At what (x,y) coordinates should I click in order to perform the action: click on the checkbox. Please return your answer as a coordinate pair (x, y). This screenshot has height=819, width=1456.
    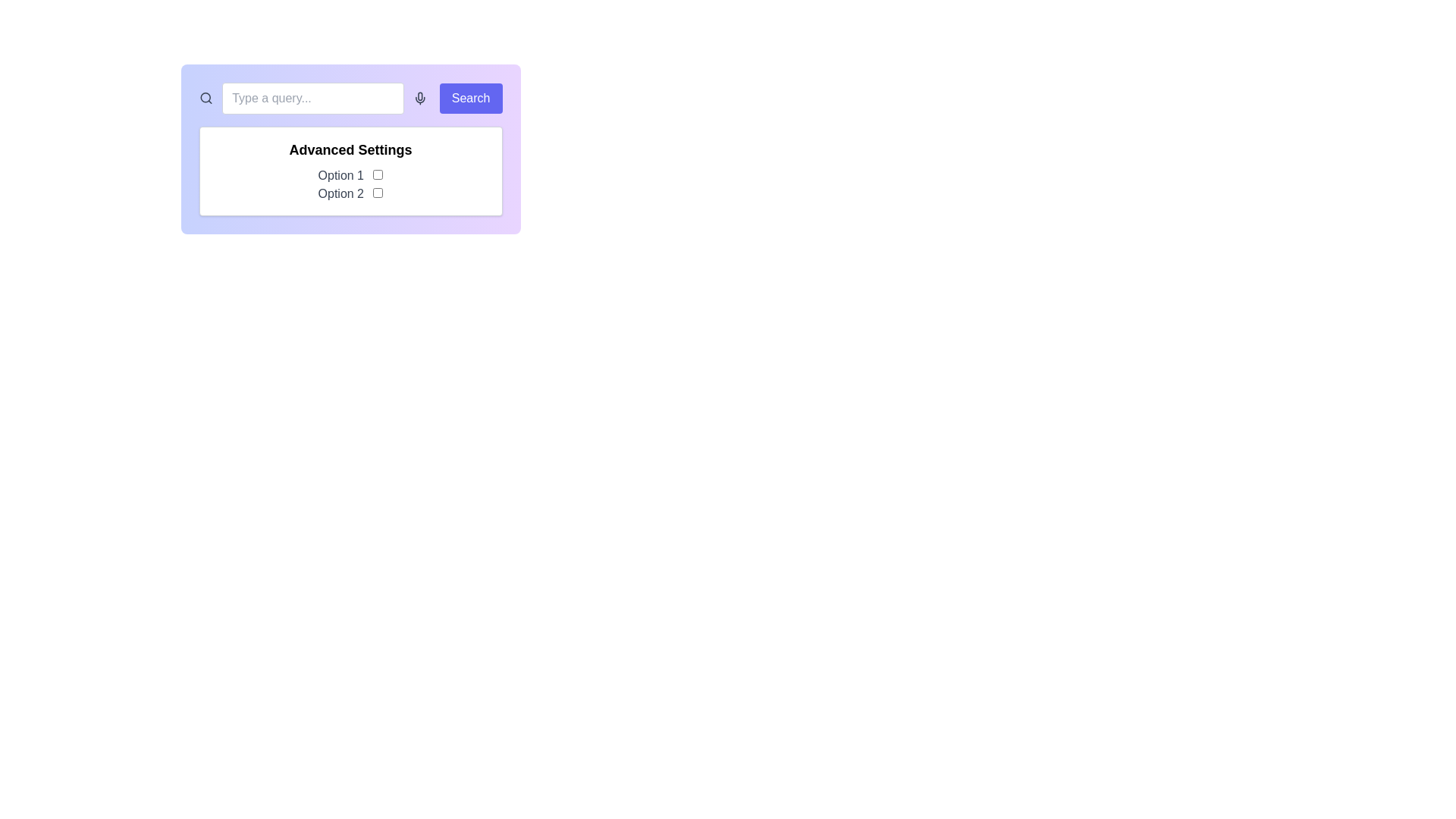
    Looking at the image, I should click on (378, 174).